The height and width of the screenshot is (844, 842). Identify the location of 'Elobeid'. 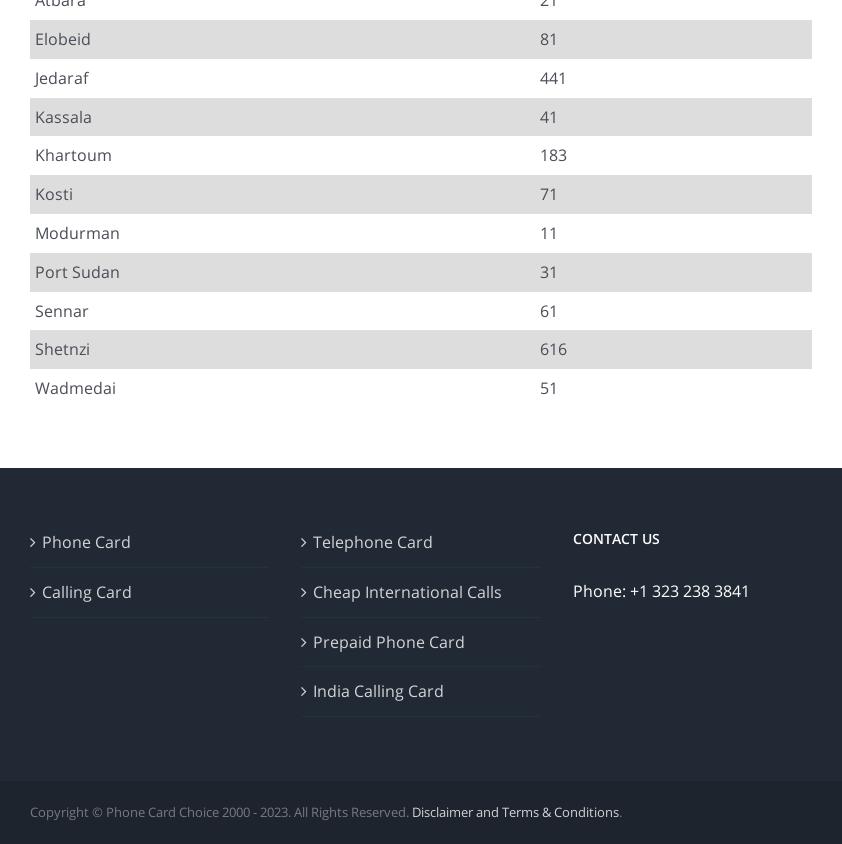
(61, 37).